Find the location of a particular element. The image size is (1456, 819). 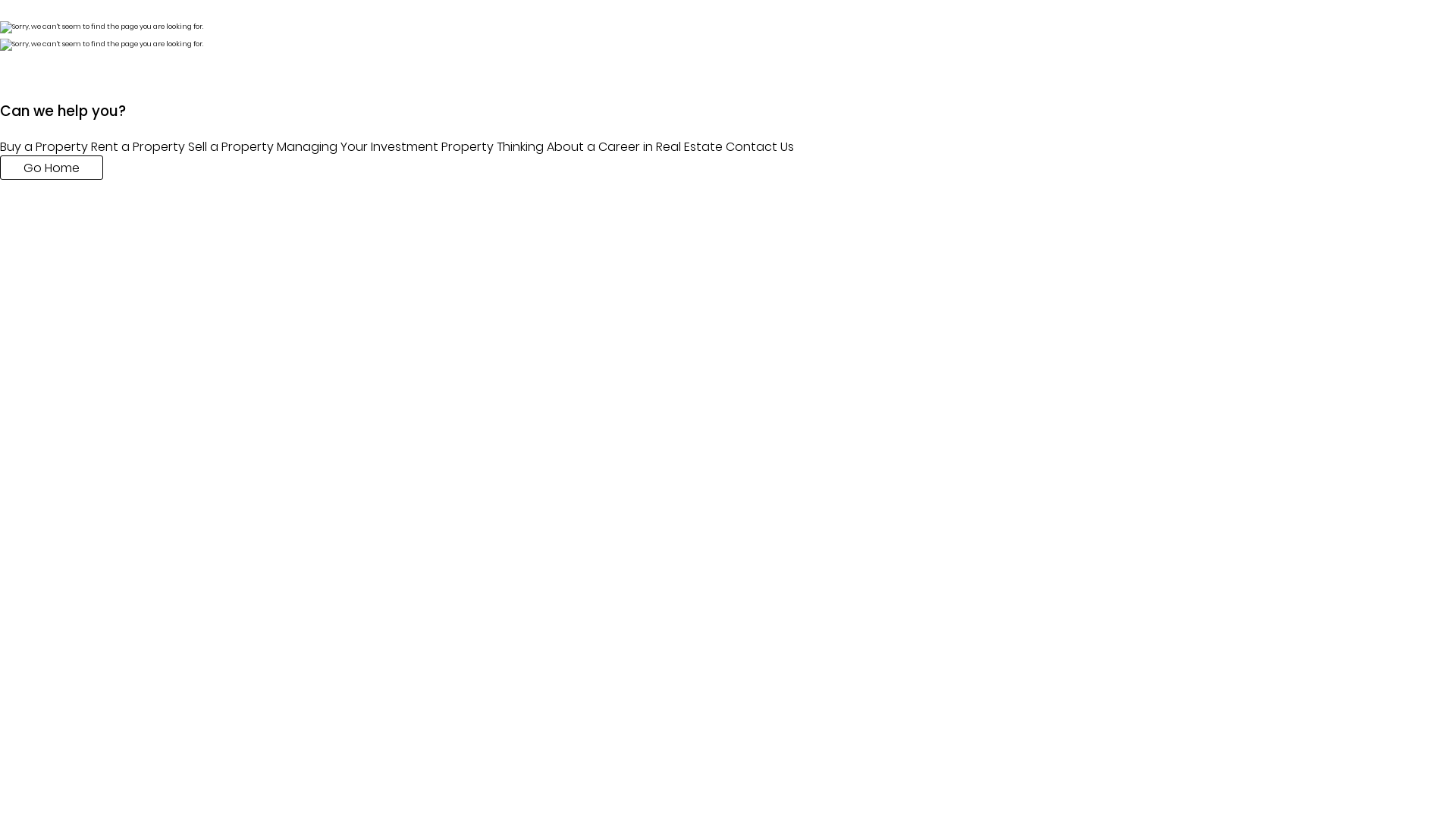

'Go Home' is located at coordinates (0, 167).